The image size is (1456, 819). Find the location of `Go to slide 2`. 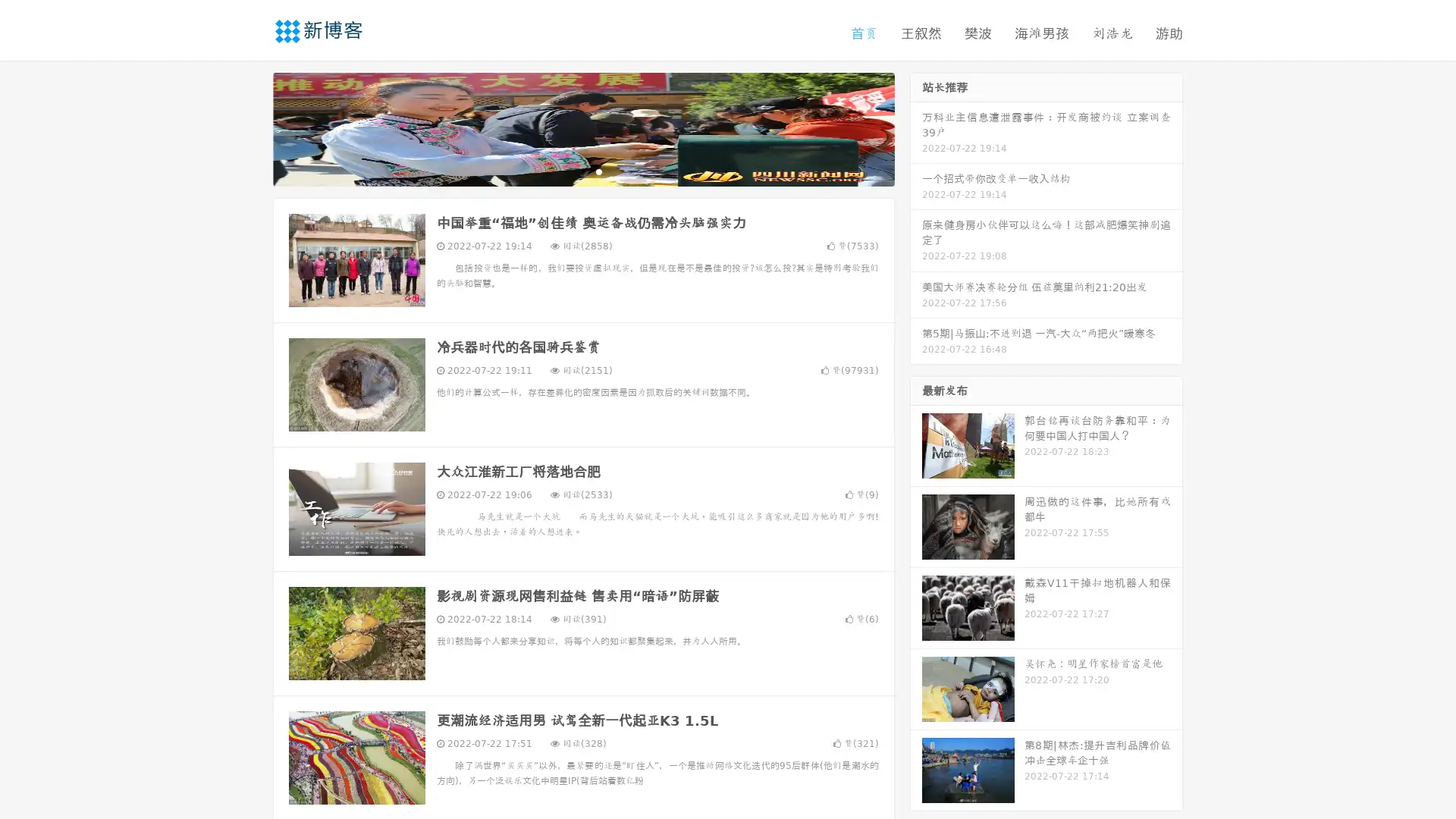

Go to slide 2 is located at coordinates (582, 171).